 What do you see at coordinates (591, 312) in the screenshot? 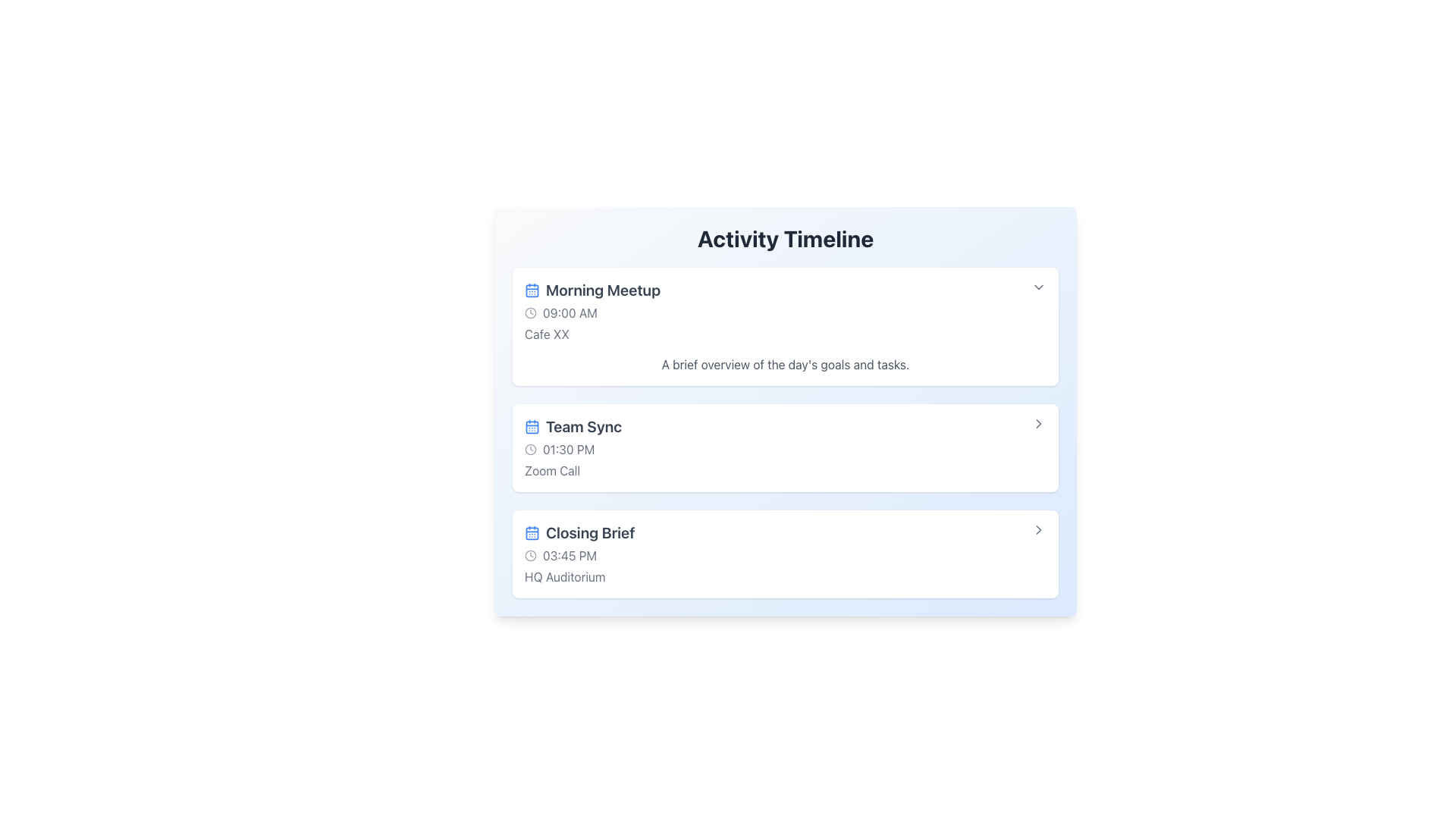
I see `the Timestamp with icon for the 'Morning Meetup' event, which is located directly below the title and above 'Cafe XX'` at bounding box center [591, 312].